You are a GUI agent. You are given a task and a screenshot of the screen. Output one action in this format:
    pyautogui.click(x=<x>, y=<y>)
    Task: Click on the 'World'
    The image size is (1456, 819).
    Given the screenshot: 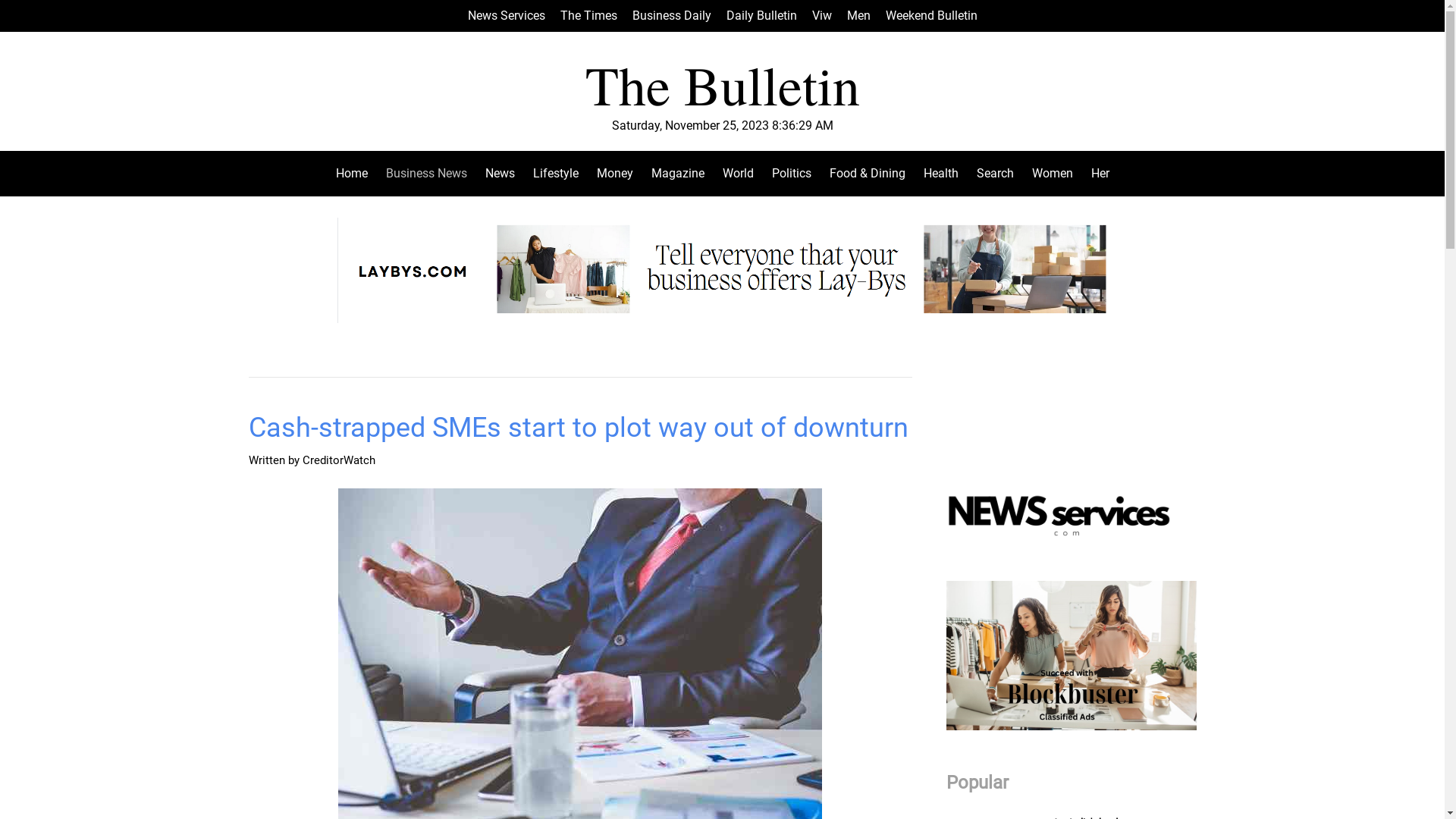 What is the action you would take?
    pyautogui.click(x=737, y=172)
    